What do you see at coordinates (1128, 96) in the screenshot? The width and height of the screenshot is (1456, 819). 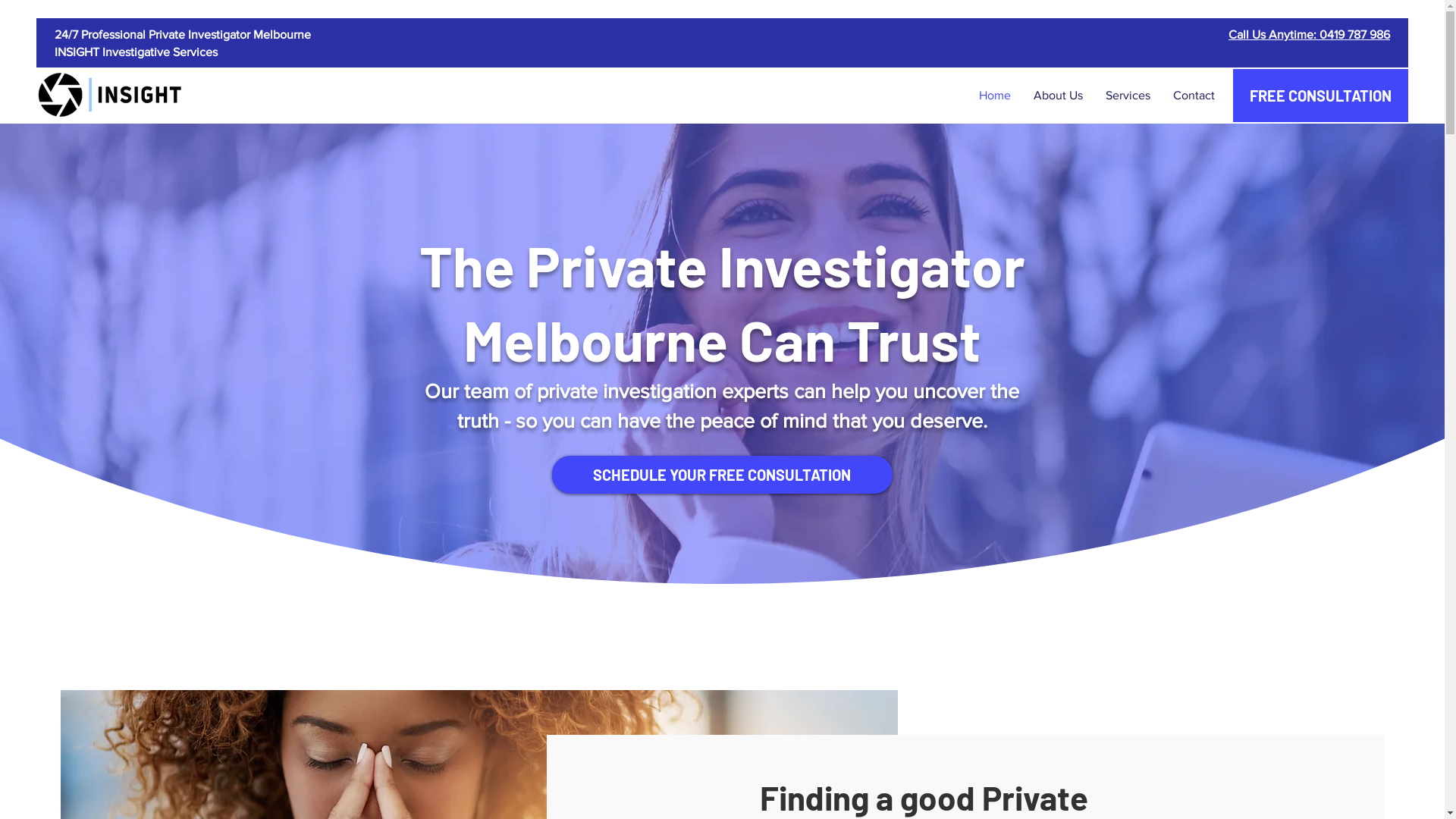 I see `'Services'` at bounding box center [1128, 96].